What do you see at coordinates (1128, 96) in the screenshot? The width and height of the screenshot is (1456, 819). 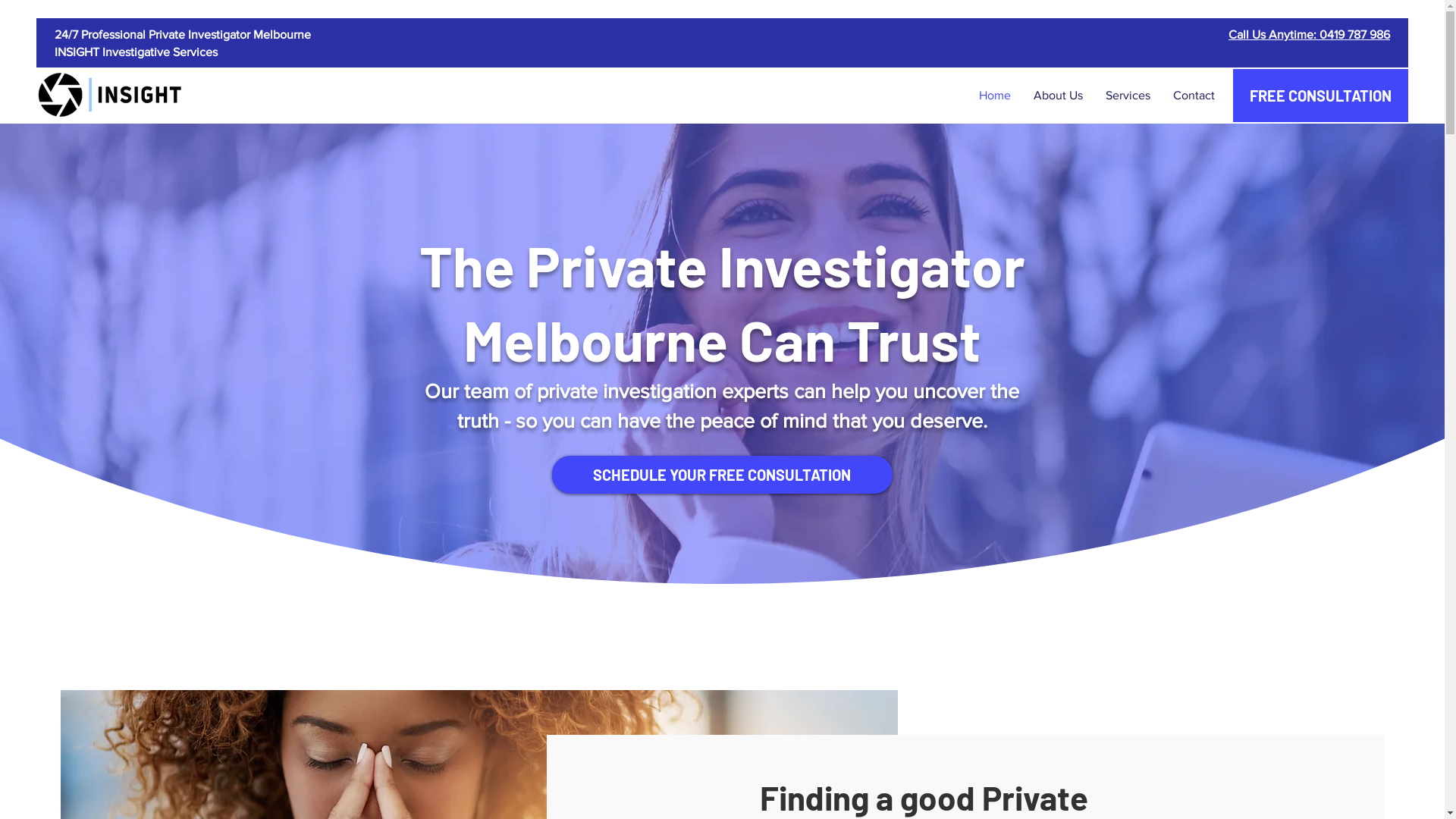 I see `'Services'` at bounding box center [1128, 96].